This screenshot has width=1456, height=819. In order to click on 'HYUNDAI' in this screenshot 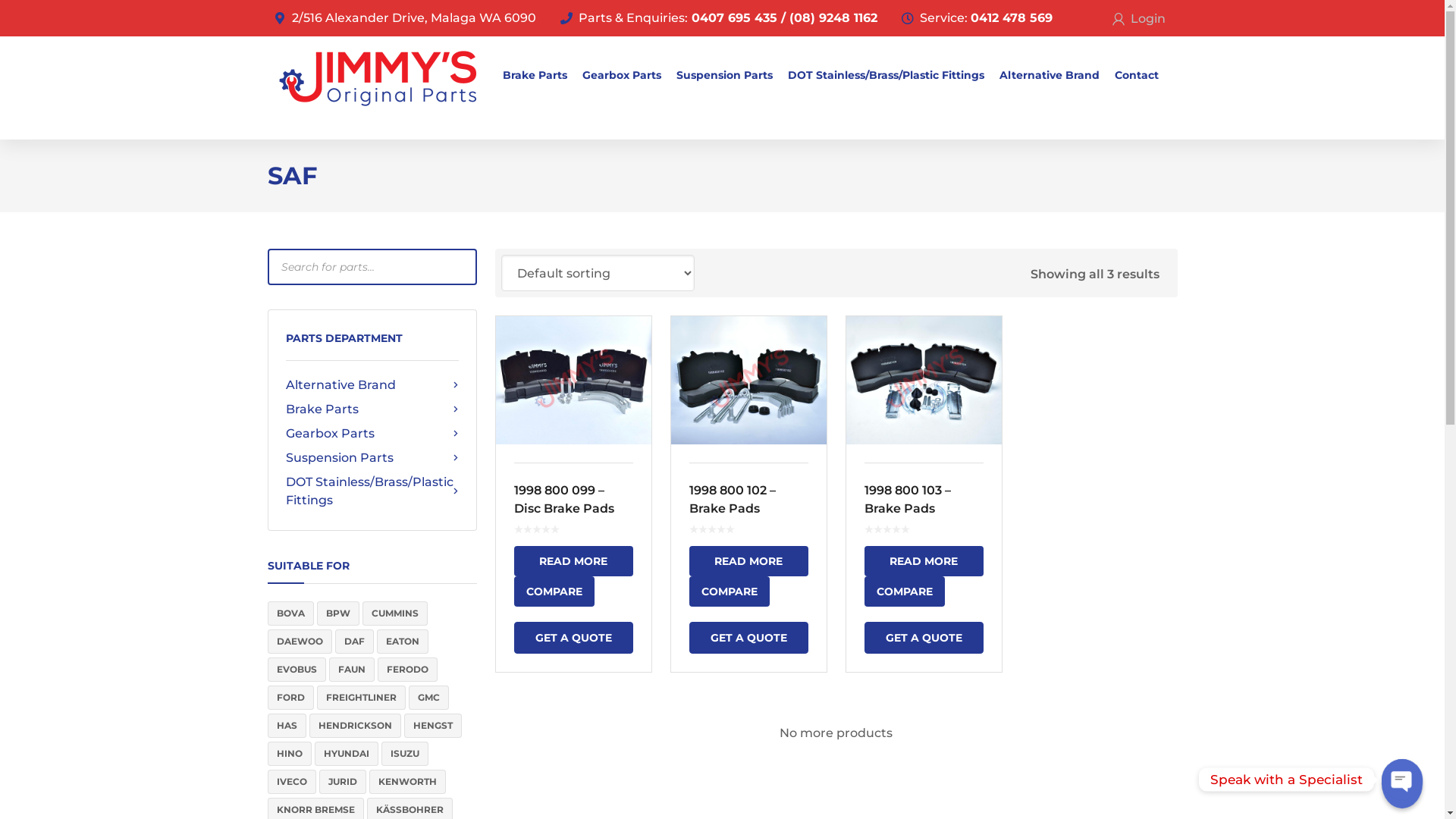, I will do `click(345, 754)`.